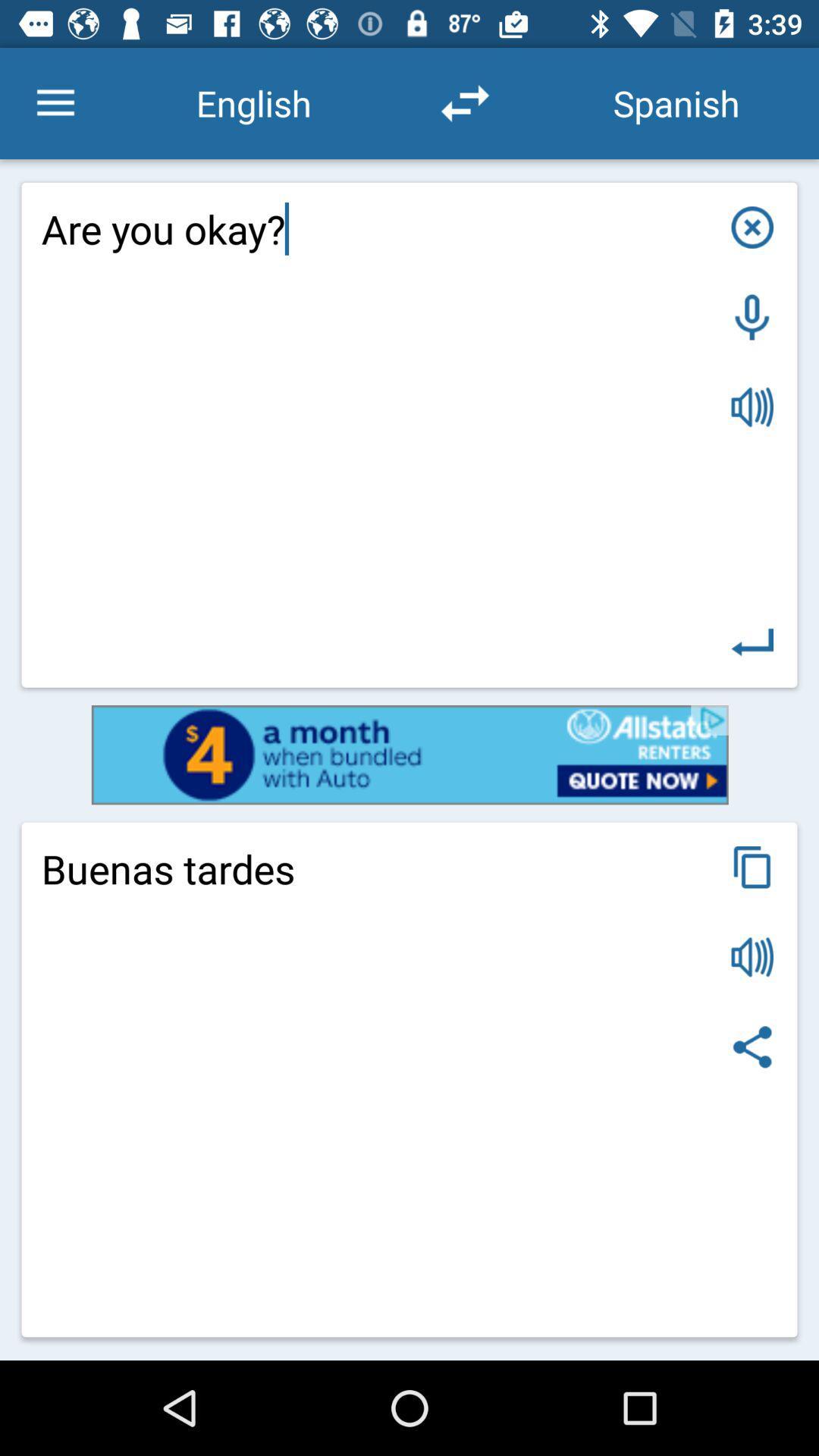 This screenshot has width=819, height=1456. I want to click on back ward, so click(752, 642).